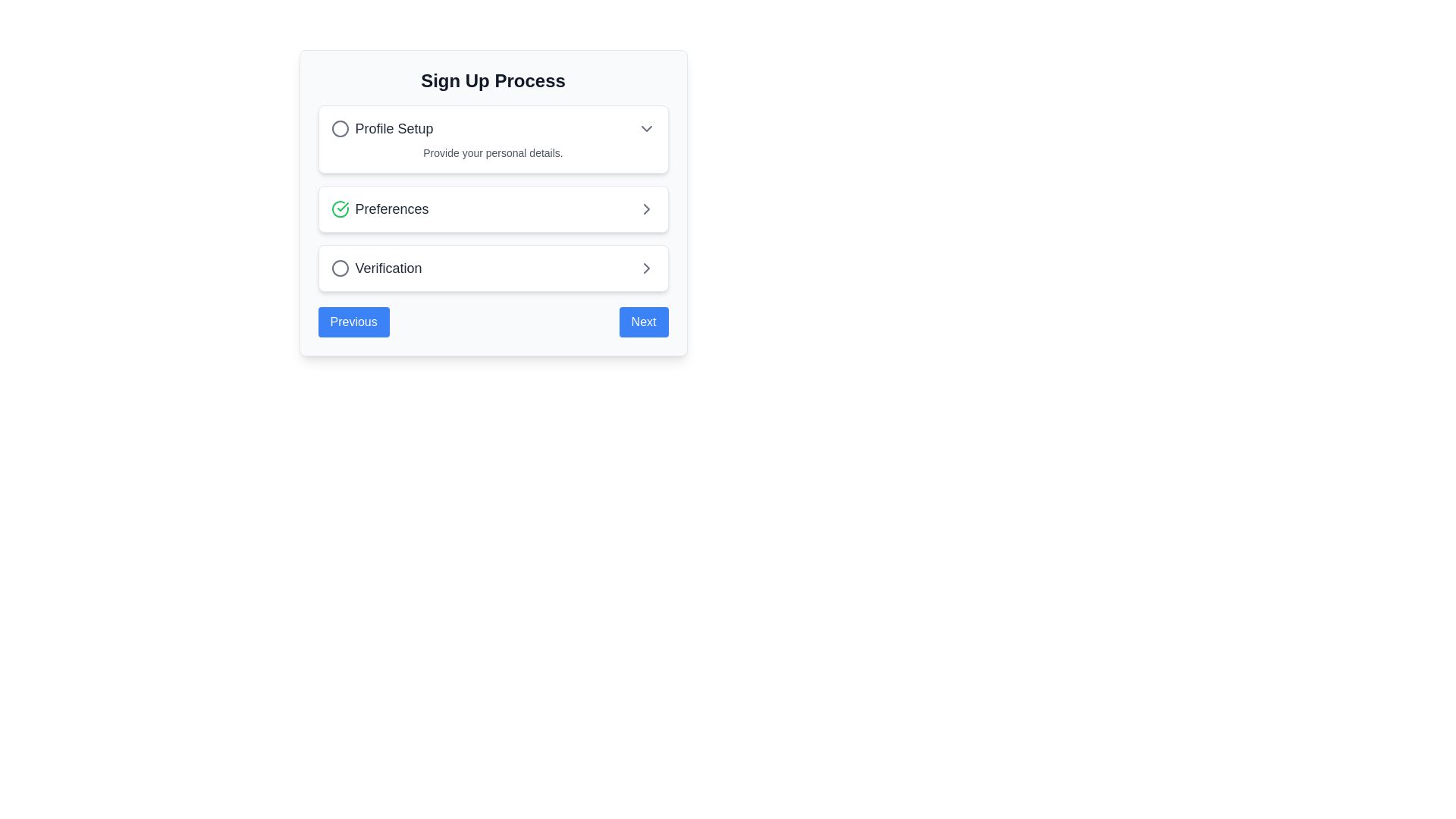 Image resolution: width=1456 pixels, height=819 pixels. Describe the element at coordinates (339, 209) in the screenshot. I see `the green checkmark icon enclosed within a circle, located to the left of the 'Preferences' text` at that location.